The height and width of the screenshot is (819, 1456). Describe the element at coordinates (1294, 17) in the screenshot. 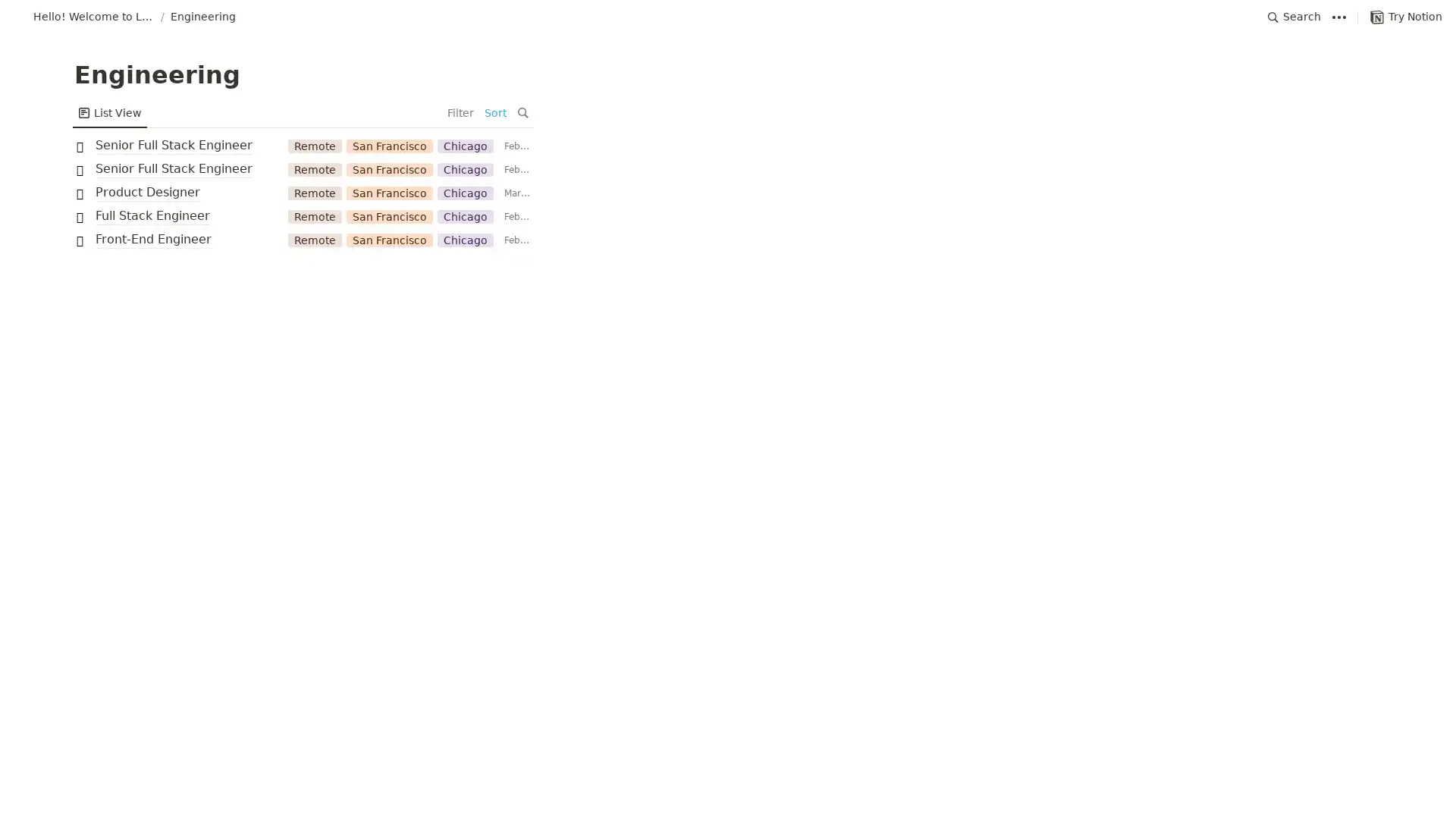

I see `Search` at that location.